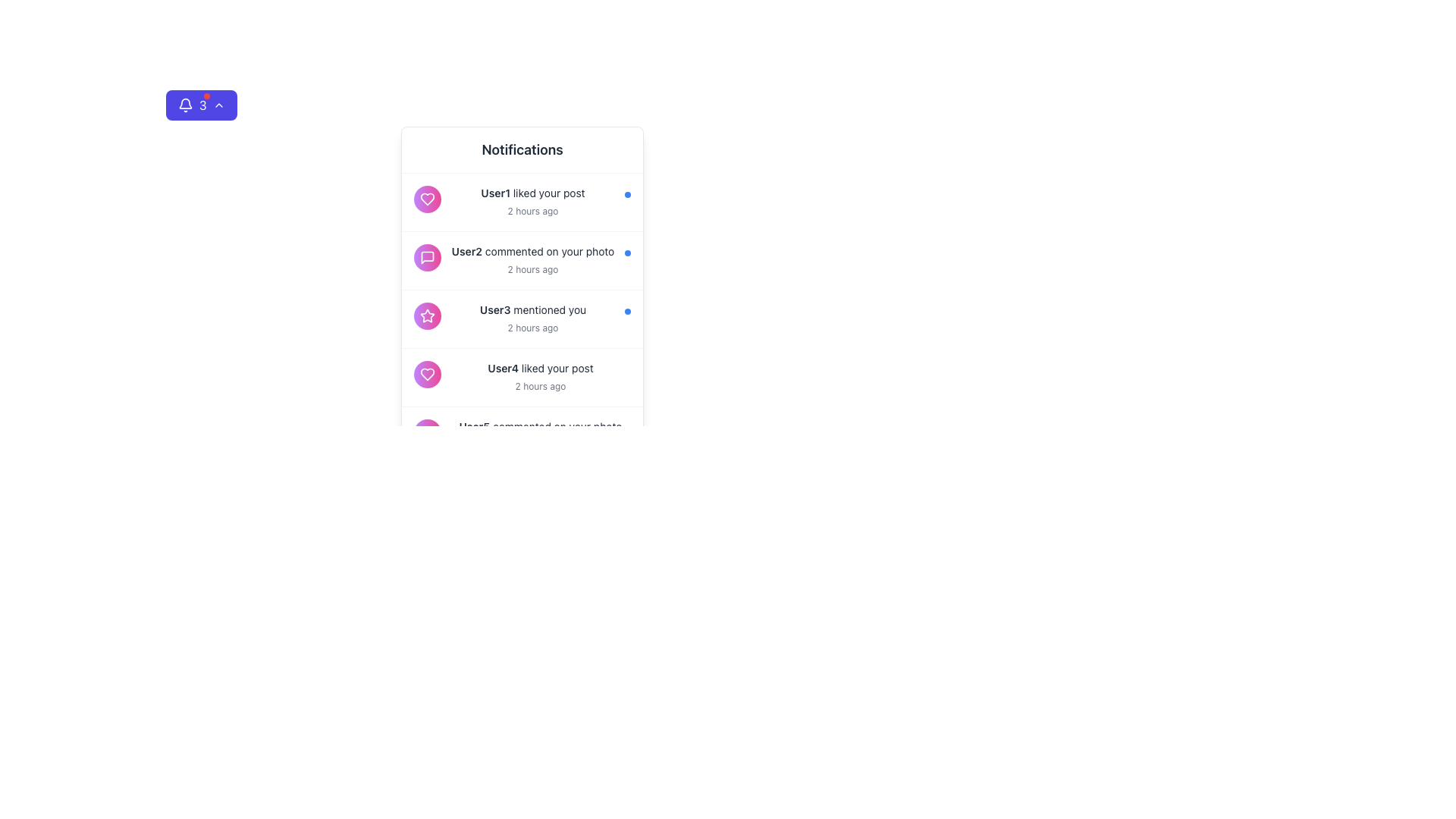  What do you see at coordinates (218, 104) in the screenshot?
I see `the downward-pointing chevron SVG icon located at the right of the notification indicator` at bounding box center [218, 104].